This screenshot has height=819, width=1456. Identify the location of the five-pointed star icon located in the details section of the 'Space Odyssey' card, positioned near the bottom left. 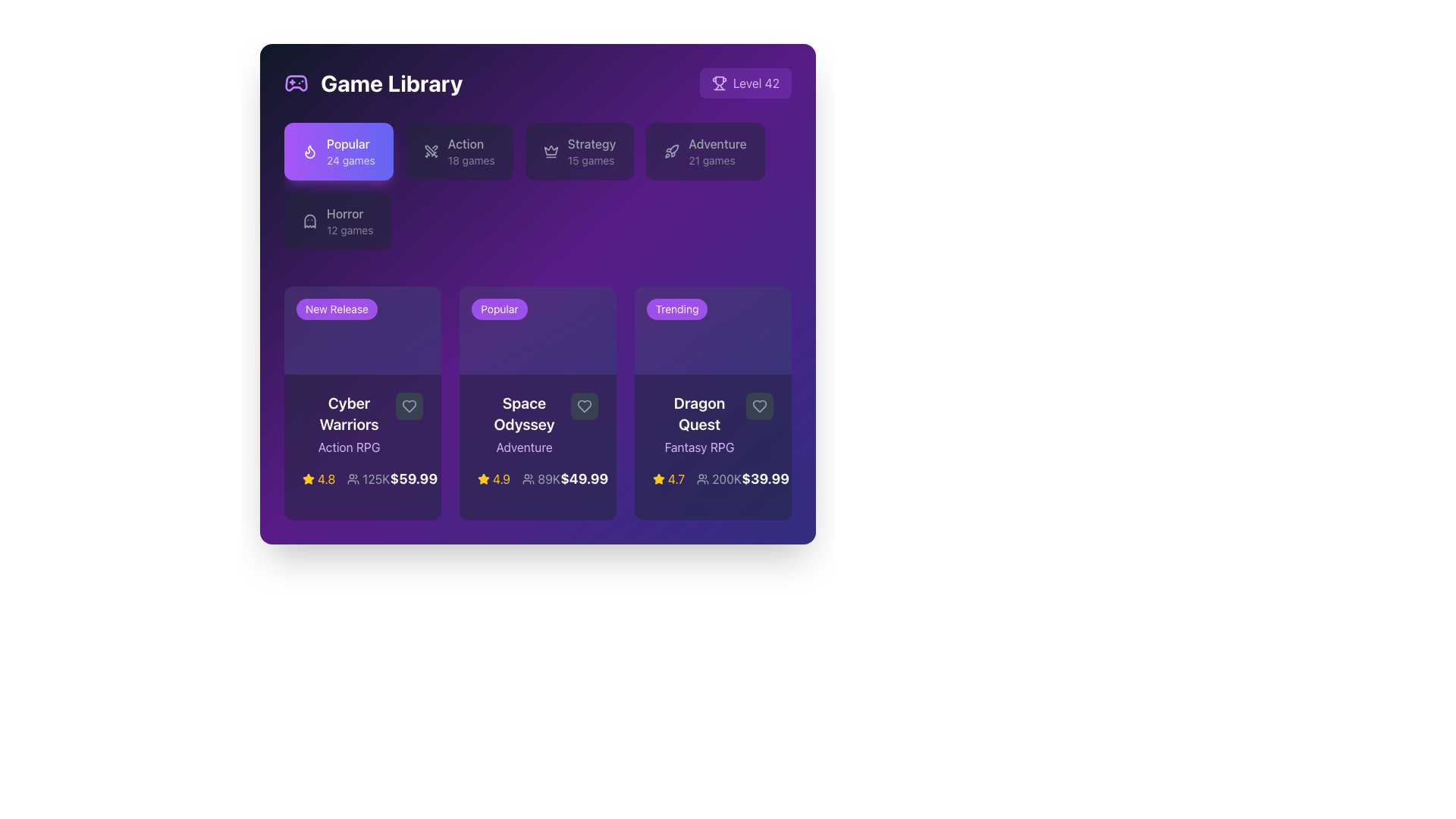
(483, 479).